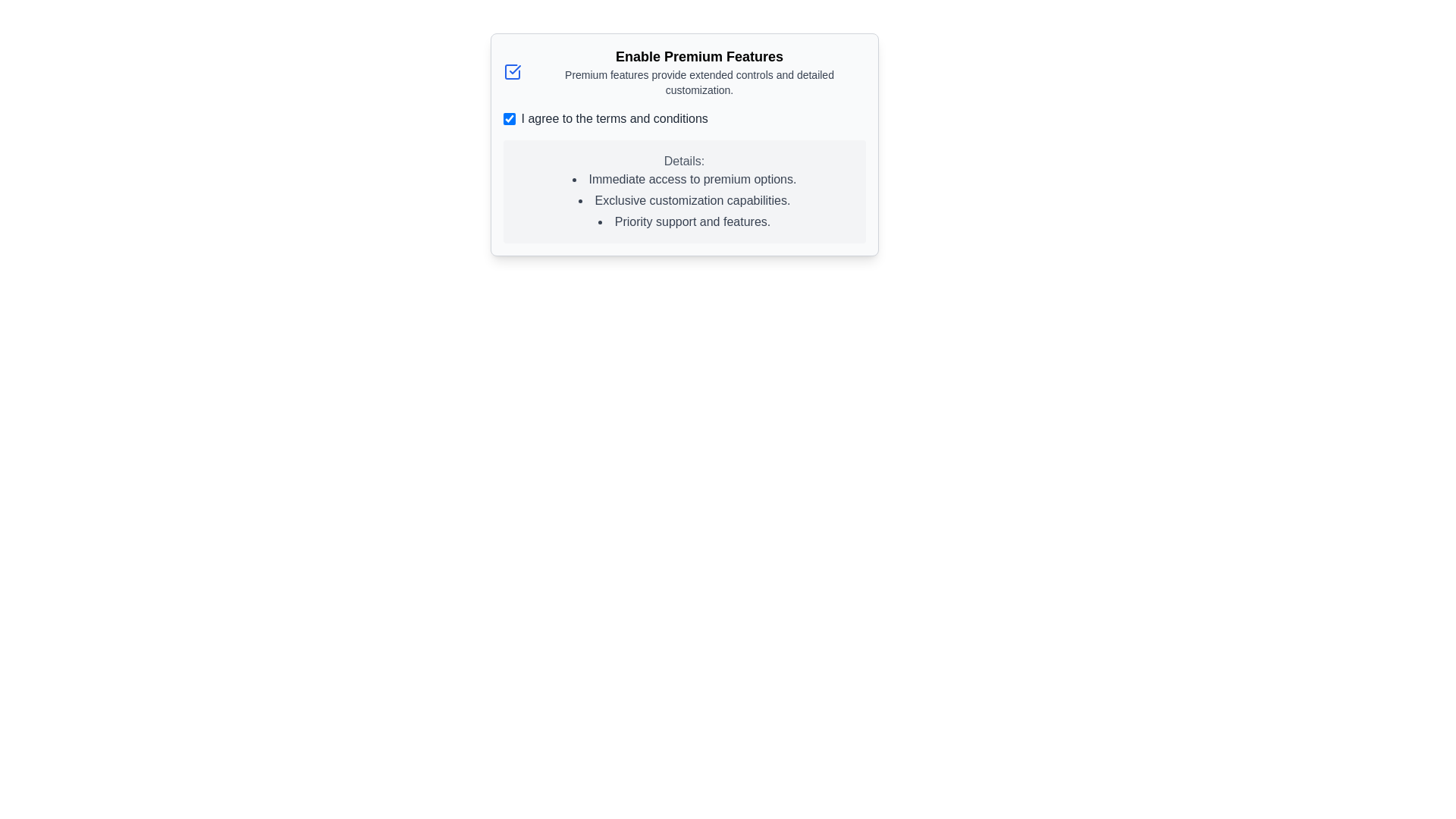 This screenshot has width=1456, height=819. What do you see at coordinates (683, 118) in the screenshot?
I see `the checkbox labeled 'I agree to the terms and conditions'` at bounding box center [683, 118].